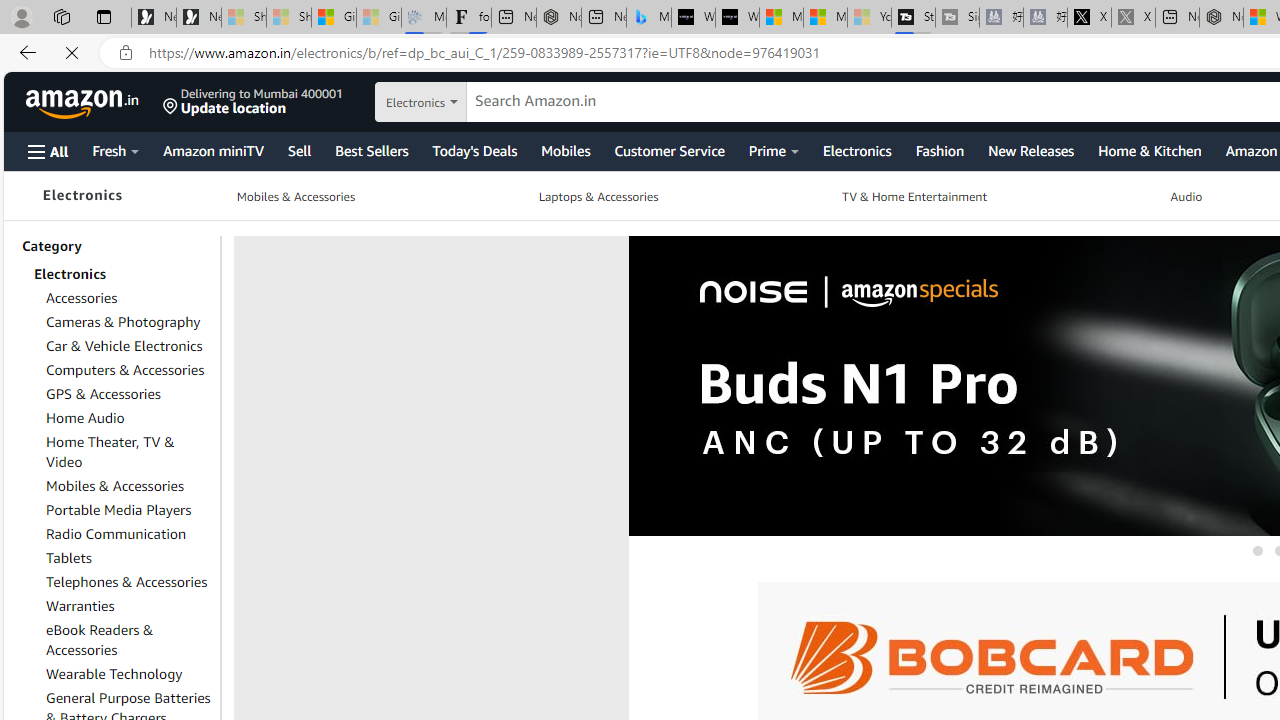 The width and height of the screenshot is (1280, 720). I want to click on 'Best Sellers', so click(371, 149).